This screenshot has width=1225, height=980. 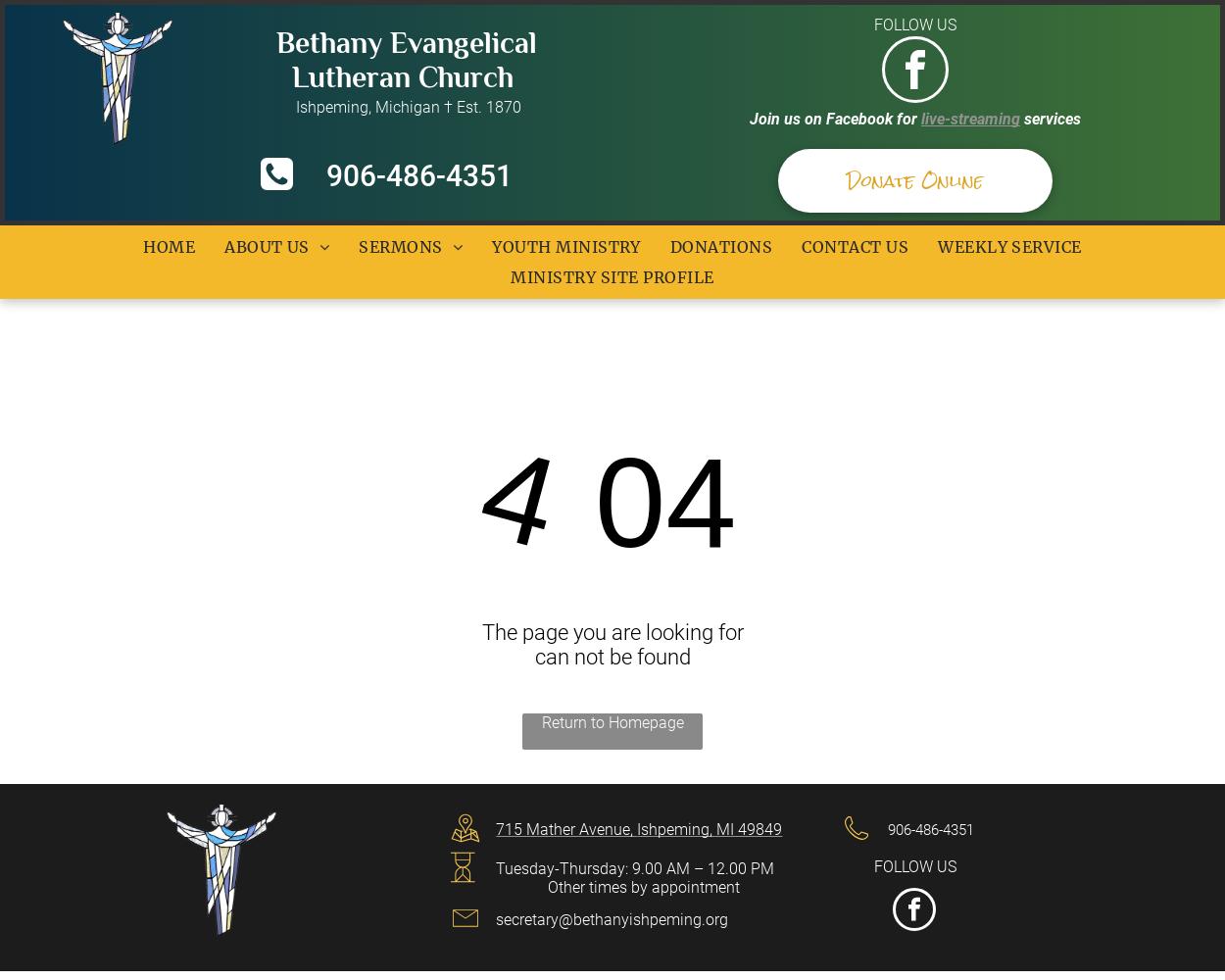 What do you see at coordinates (374, 106) in the screenshot?
I see `'Ishpeming, Michigan † Est. 1870'` at bounding box center [374, 106].